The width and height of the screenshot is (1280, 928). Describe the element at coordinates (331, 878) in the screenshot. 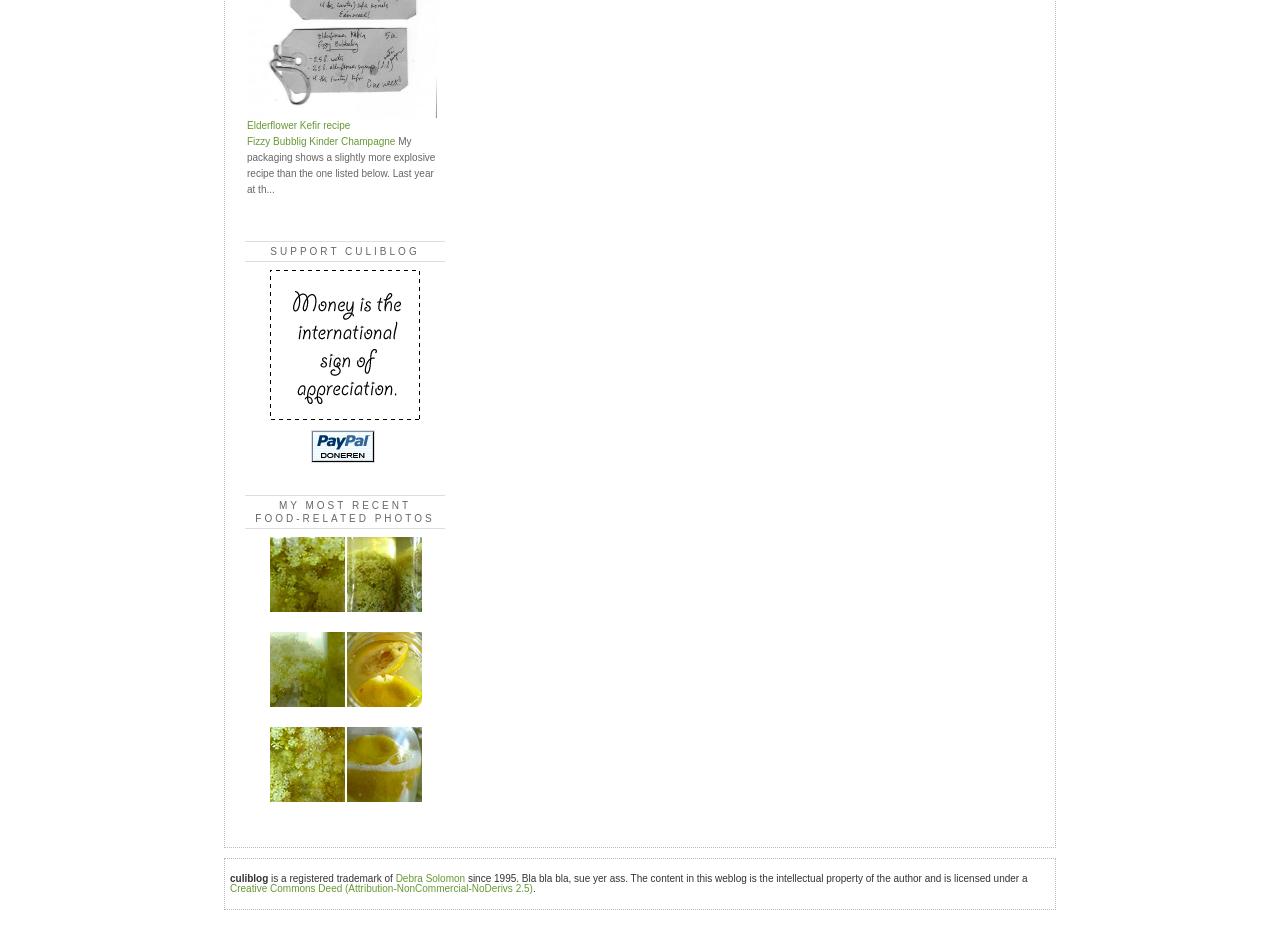

I see `'is a registered trademark of'` at that location.